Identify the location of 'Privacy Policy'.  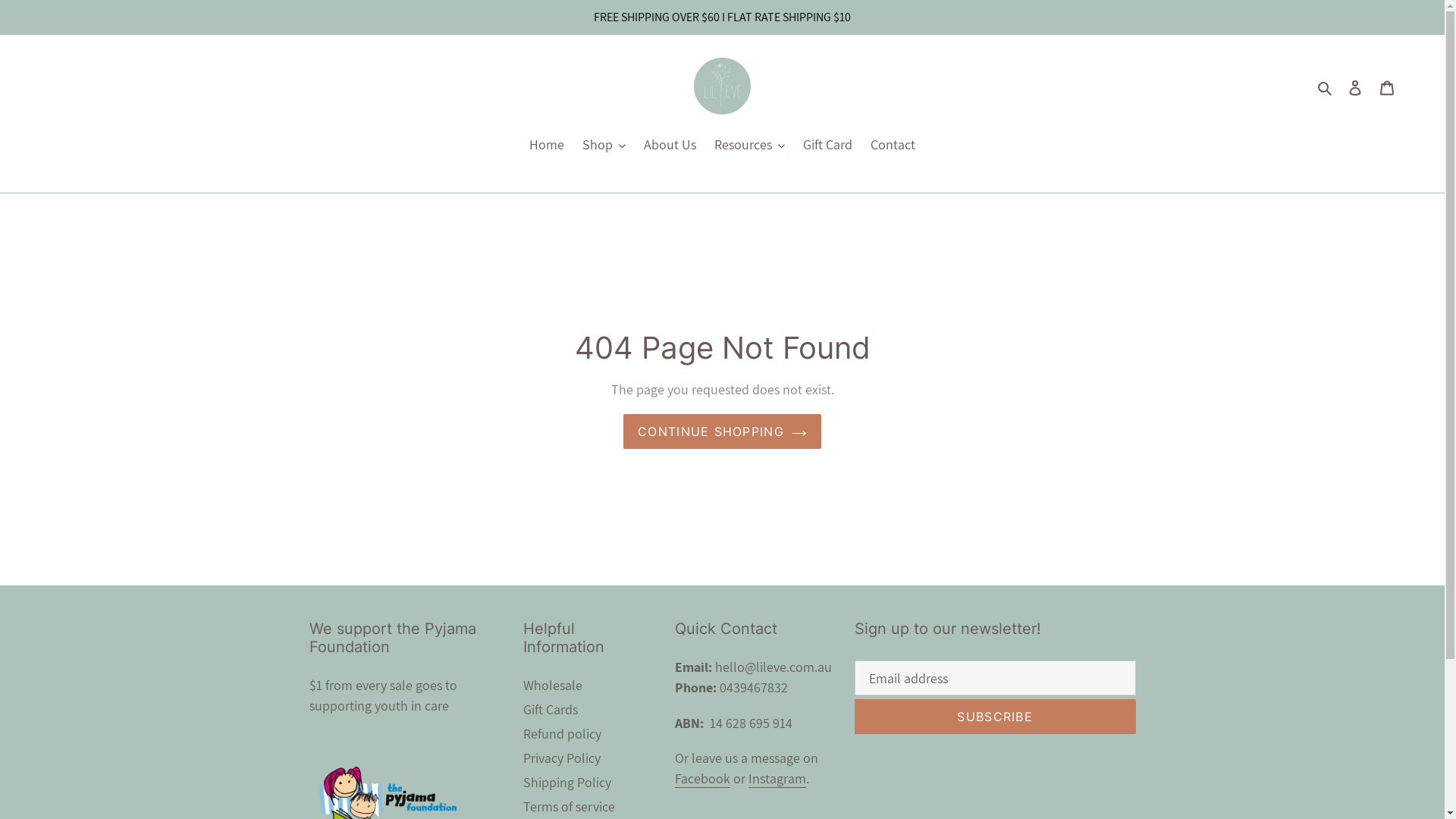
(560, 758).